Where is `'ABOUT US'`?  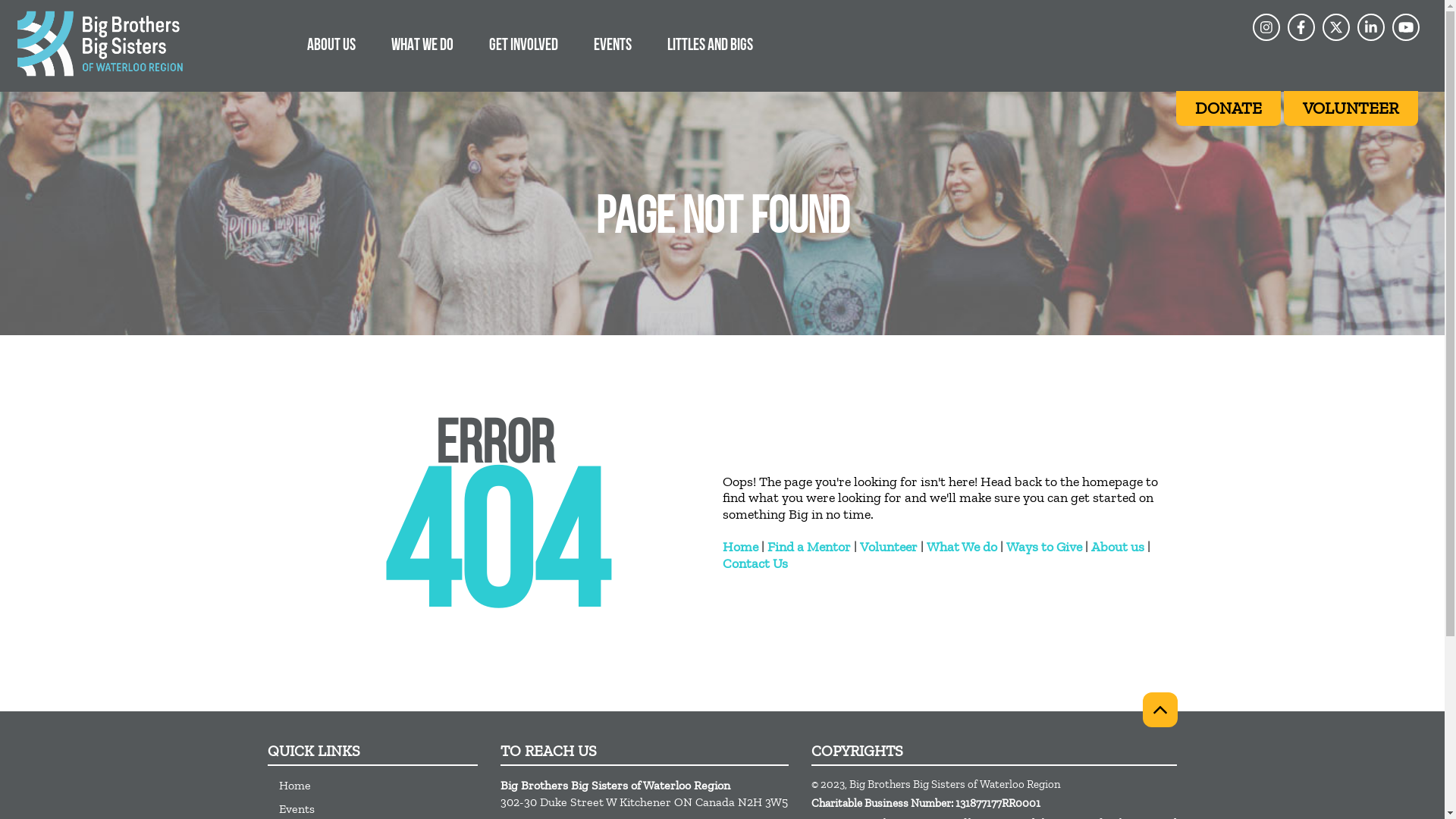
'ABOUT US' is located at coordinates (330, 43).